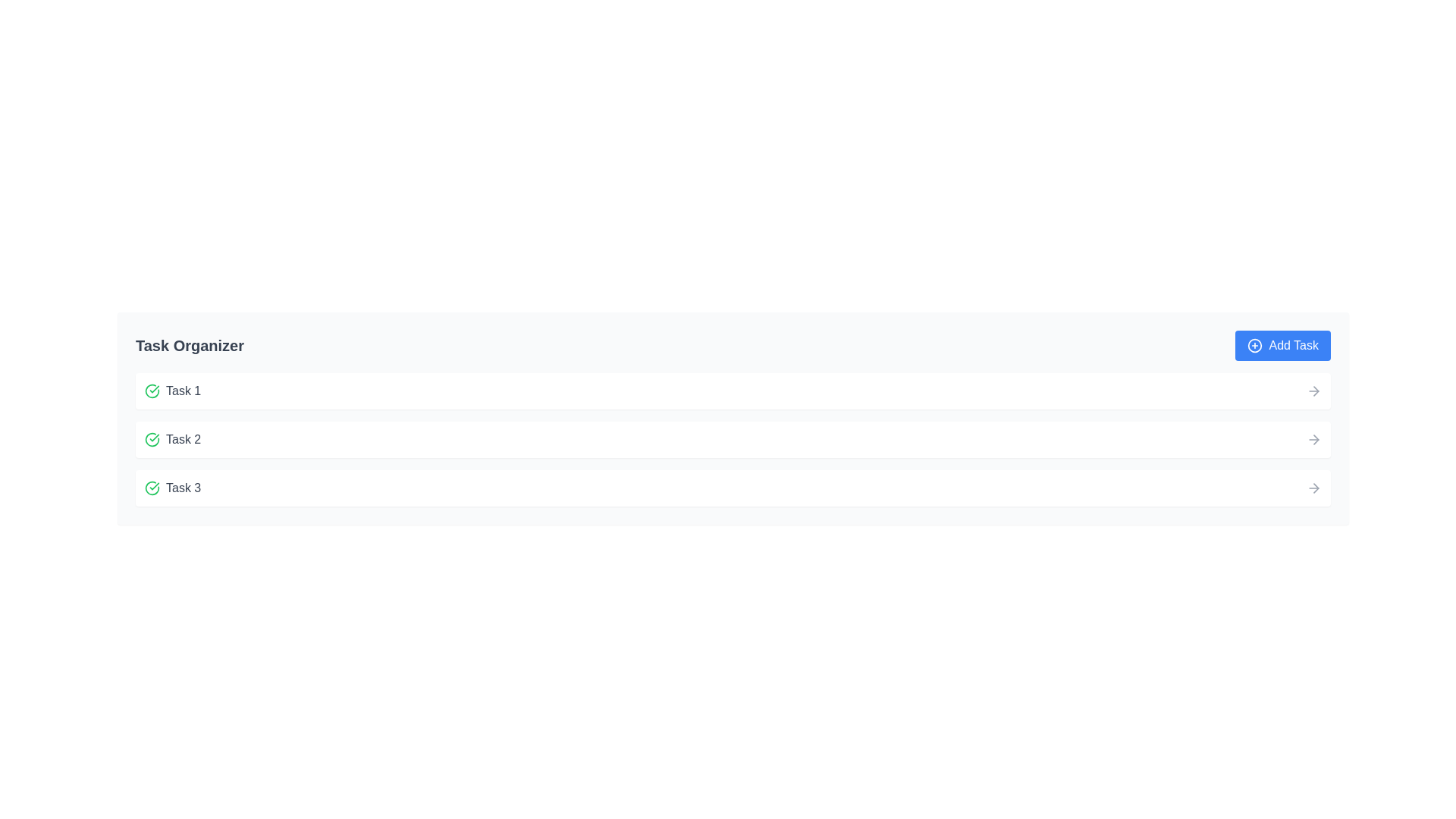 This screenshot has height=819, width=1456. Describe the element at coordinates (173, 391) in the screenshot. I see `the 'Task 1' text in the task list to interact with the task` at that location.